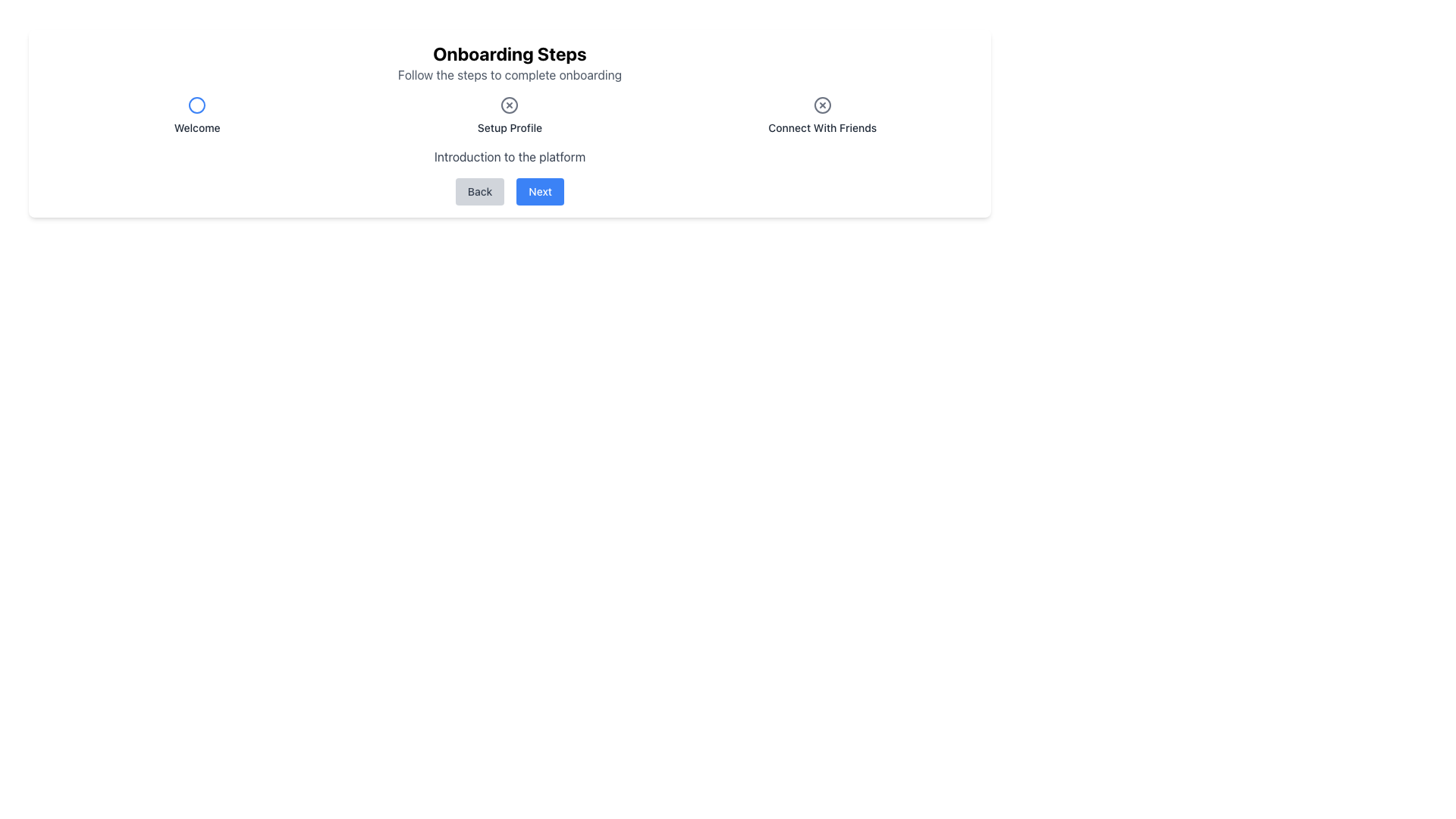 The image size is (1456, 819). I want to click on the 'Setup Profile' icon located above the 'Setup Profile' text in the onboarding interface, so click(510, 104).